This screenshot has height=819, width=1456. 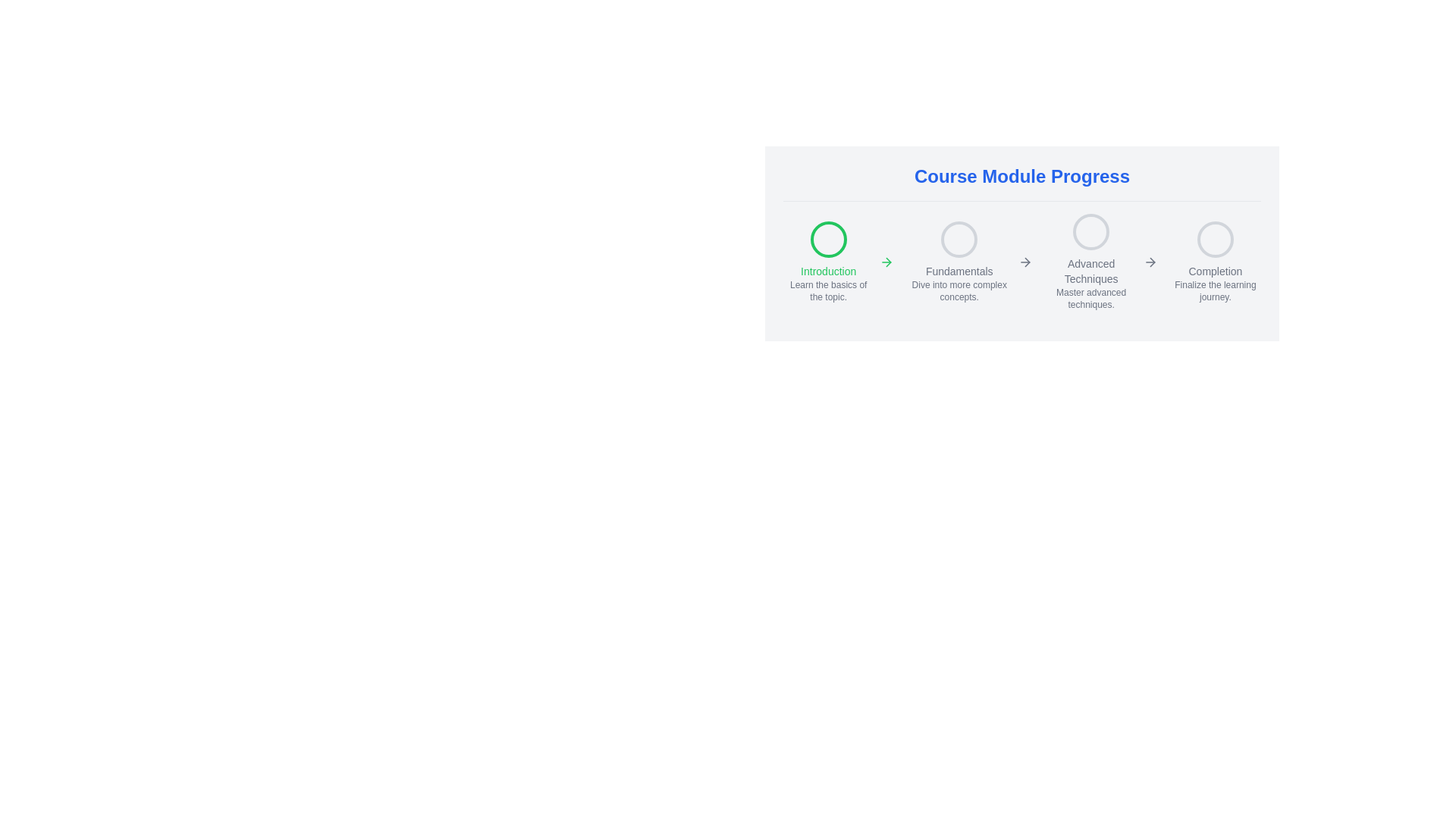 I want to click on the 'Advanced Techniques' composite component that includes an icon, heading, and description text, so click(x=1090, y=262).